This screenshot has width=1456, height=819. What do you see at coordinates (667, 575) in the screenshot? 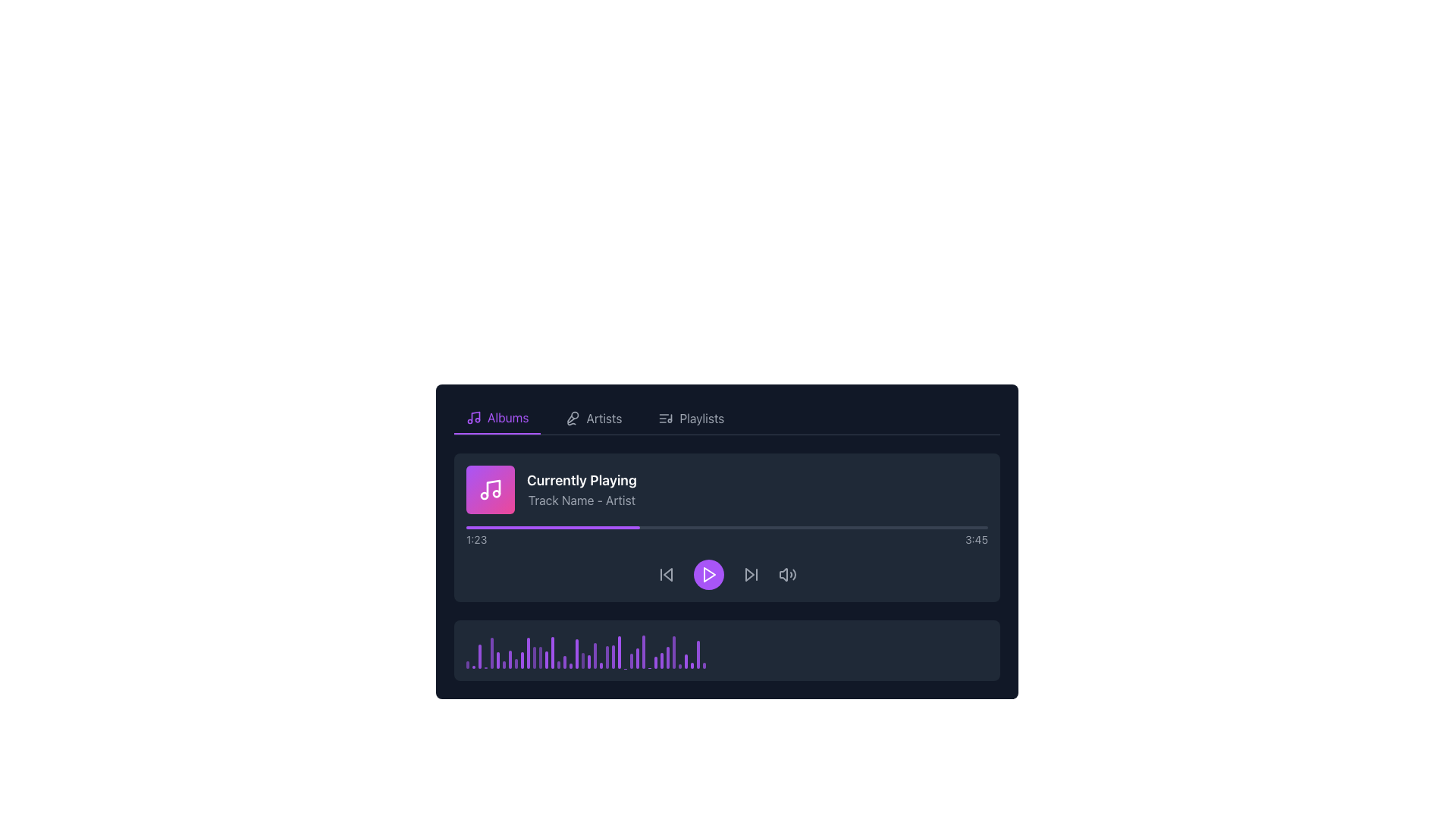
I see `the triangular 'skip back' icon located on the playback controls bar` at bounding box center [667, 575].